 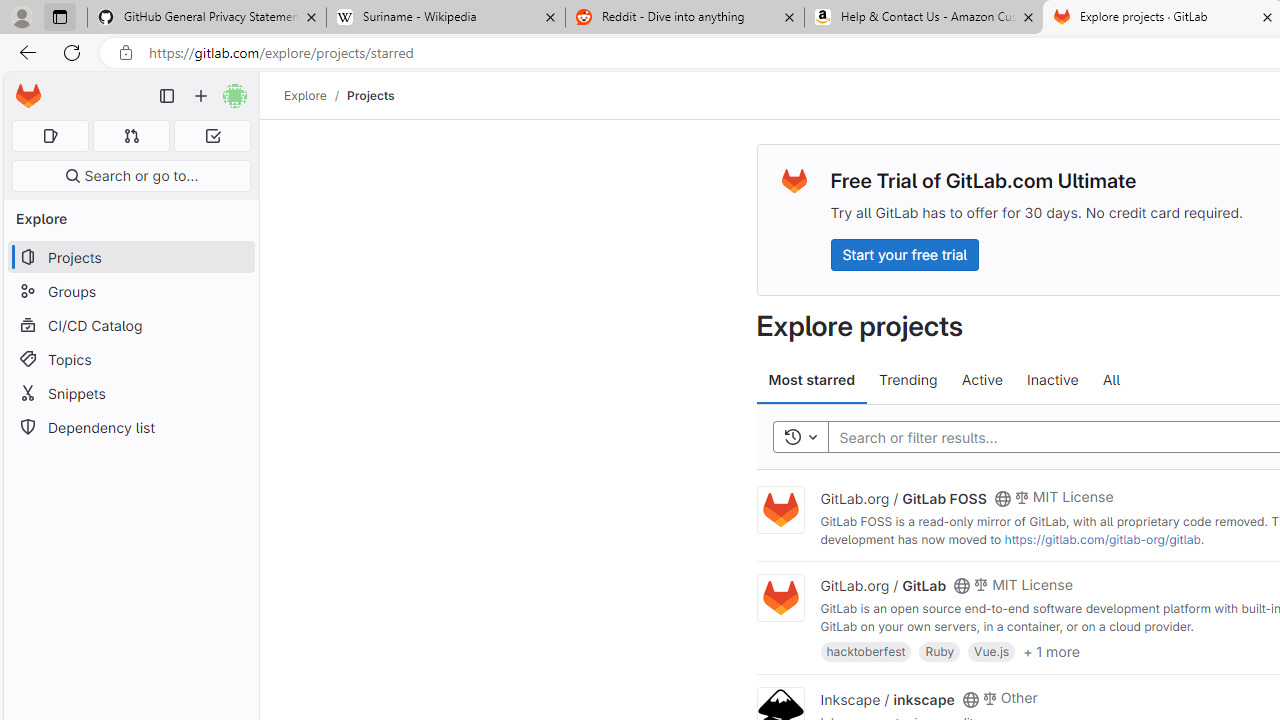 I want to click on 'Ruby', so click(x=939, y=651).